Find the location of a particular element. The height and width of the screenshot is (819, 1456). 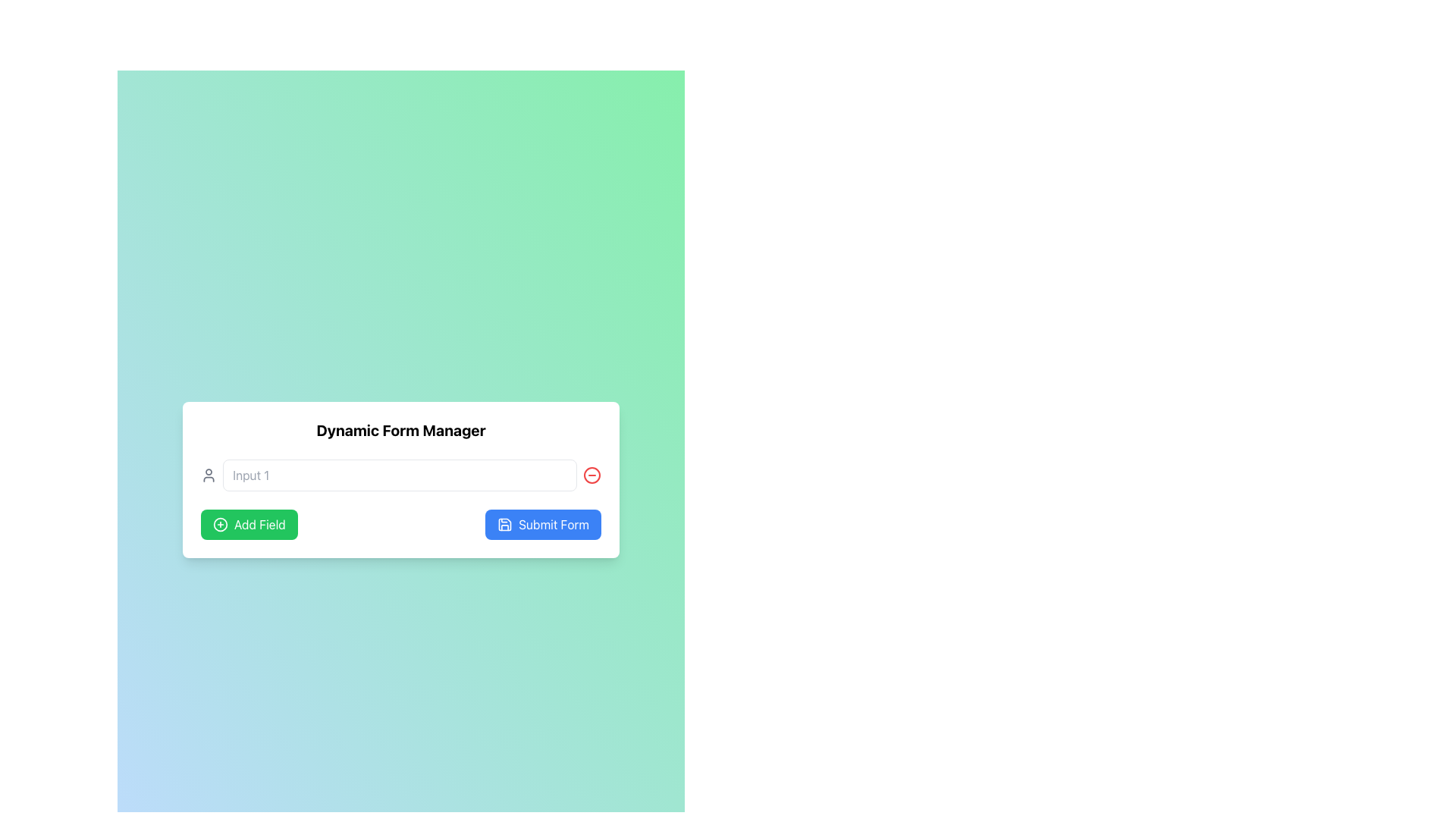

the icon located on the left edge of the 'Add Field' button is located at coordinates (220, 523).